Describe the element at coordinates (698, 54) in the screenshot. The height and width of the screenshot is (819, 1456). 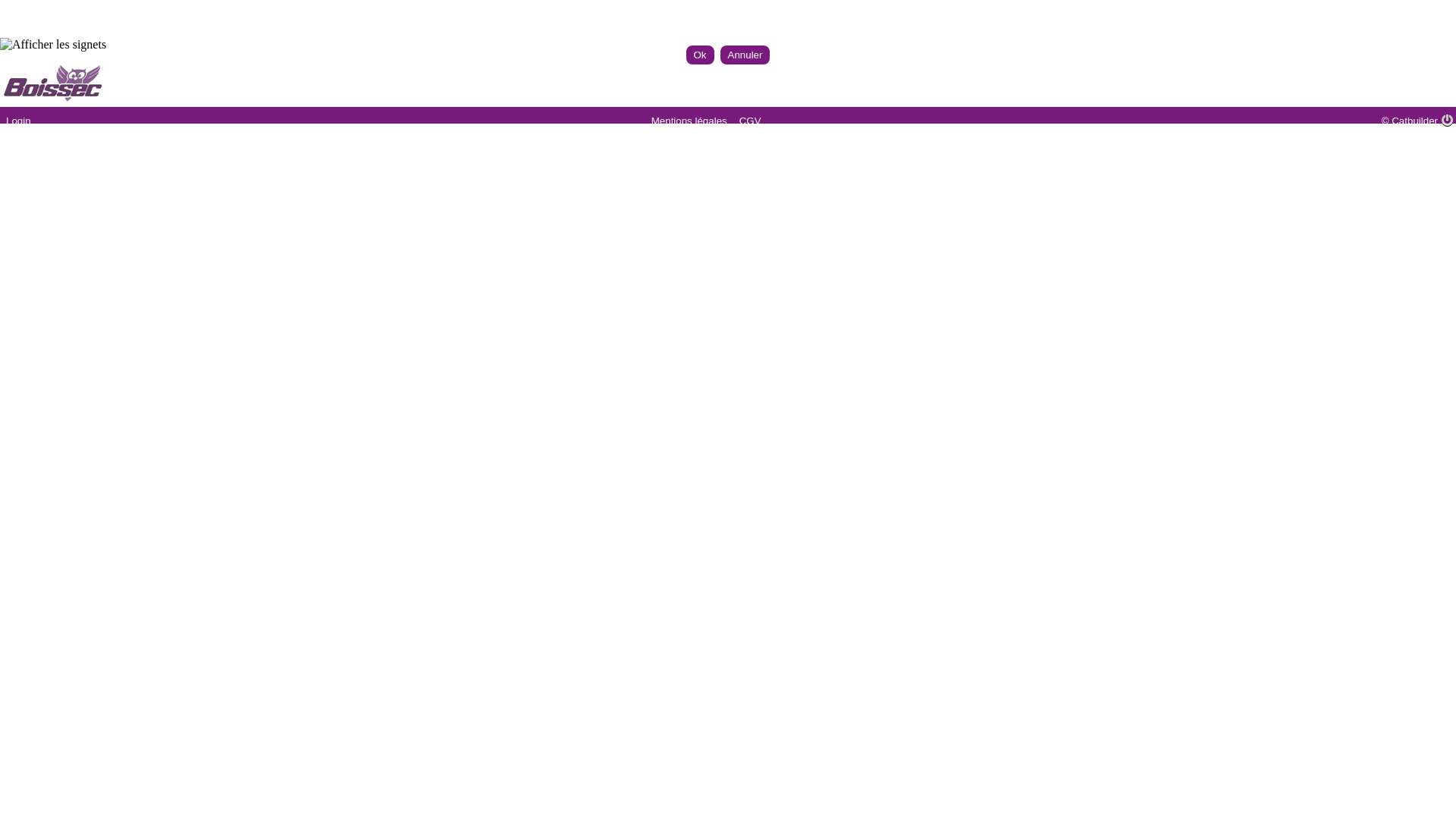
I see `'Ok'` at that location.